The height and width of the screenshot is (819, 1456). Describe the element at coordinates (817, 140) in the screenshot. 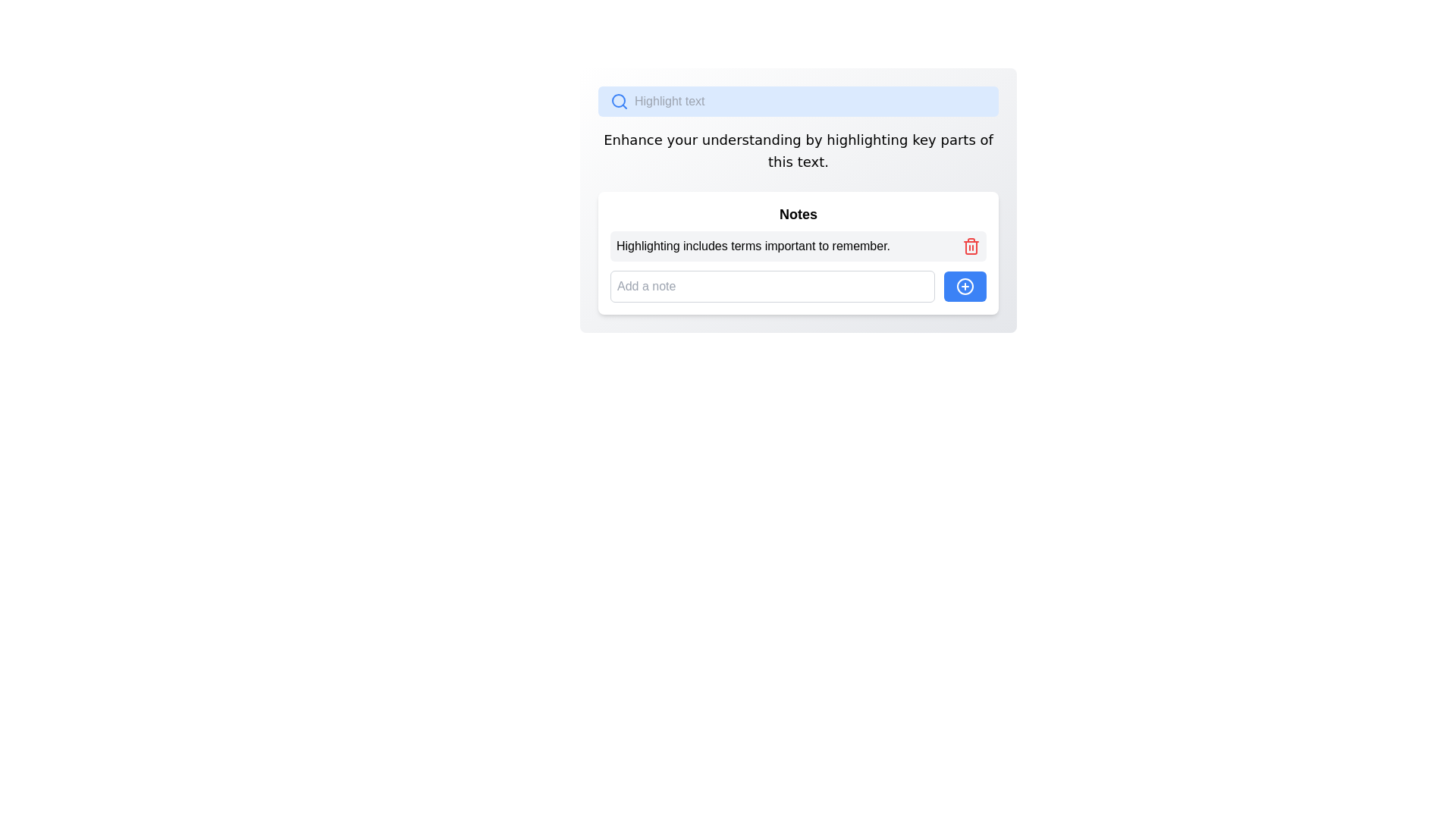

I see `the static text element that is part of the instruction 'Enhance your understanding by highlighting key parts of this text', specifically positioned within the word 'by'` at that location.